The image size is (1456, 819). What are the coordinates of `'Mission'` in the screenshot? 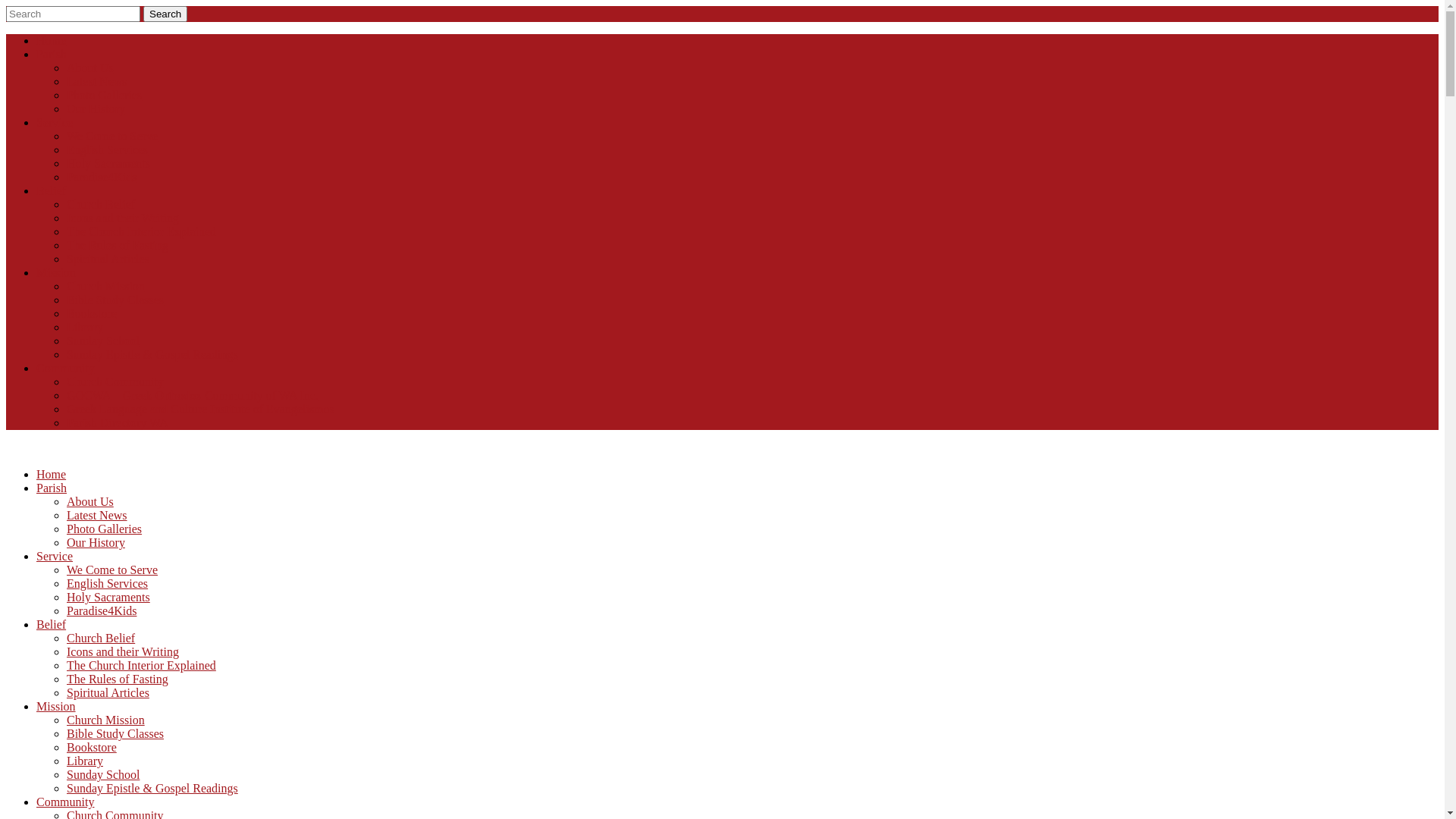 It's located at (55, 706).